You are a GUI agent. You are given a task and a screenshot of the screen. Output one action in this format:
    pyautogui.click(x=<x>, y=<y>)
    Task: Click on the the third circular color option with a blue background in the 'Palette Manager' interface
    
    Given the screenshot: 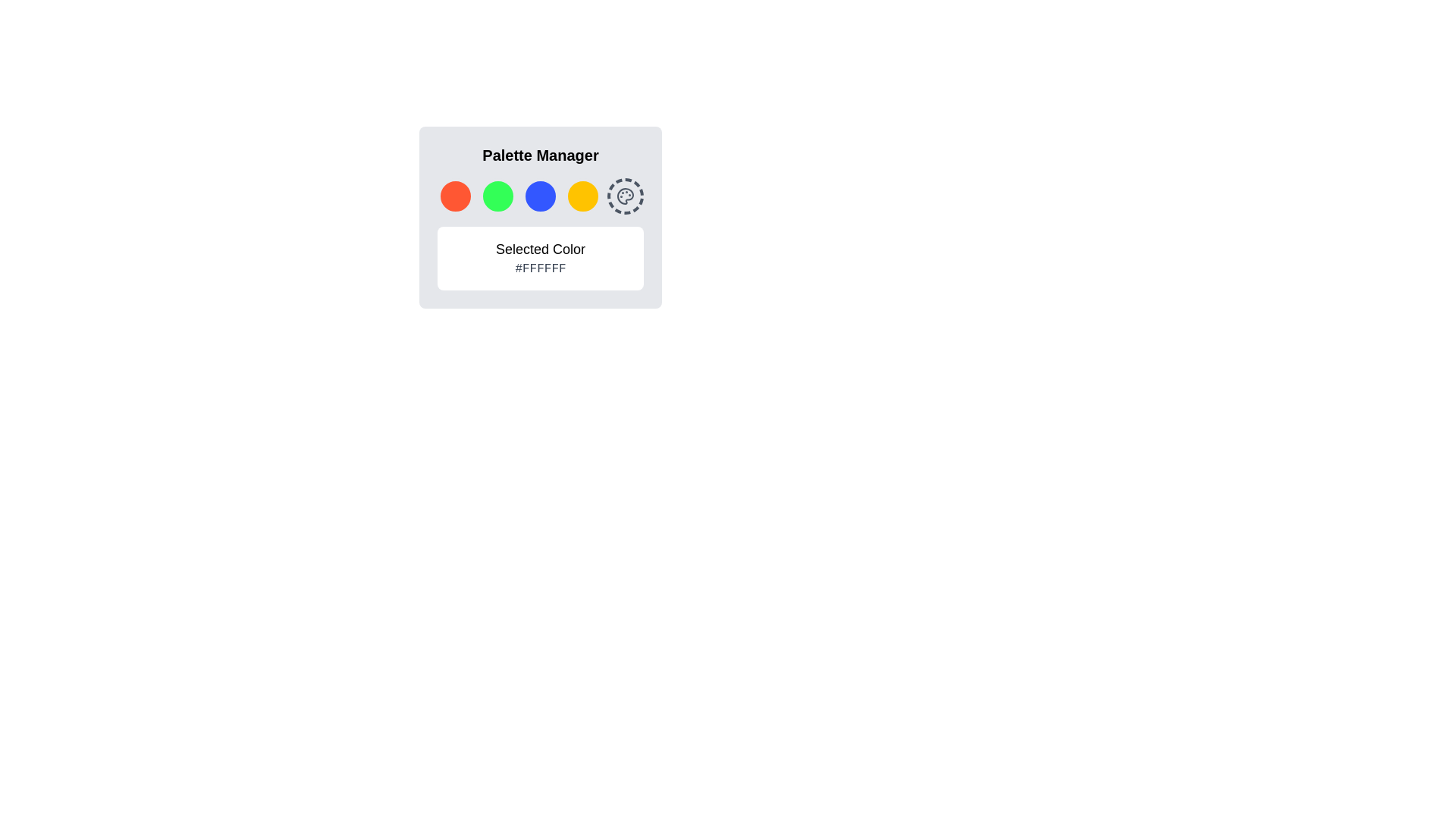 What is the action you would take?
    pyautogui.click(x=541, y=195)
    